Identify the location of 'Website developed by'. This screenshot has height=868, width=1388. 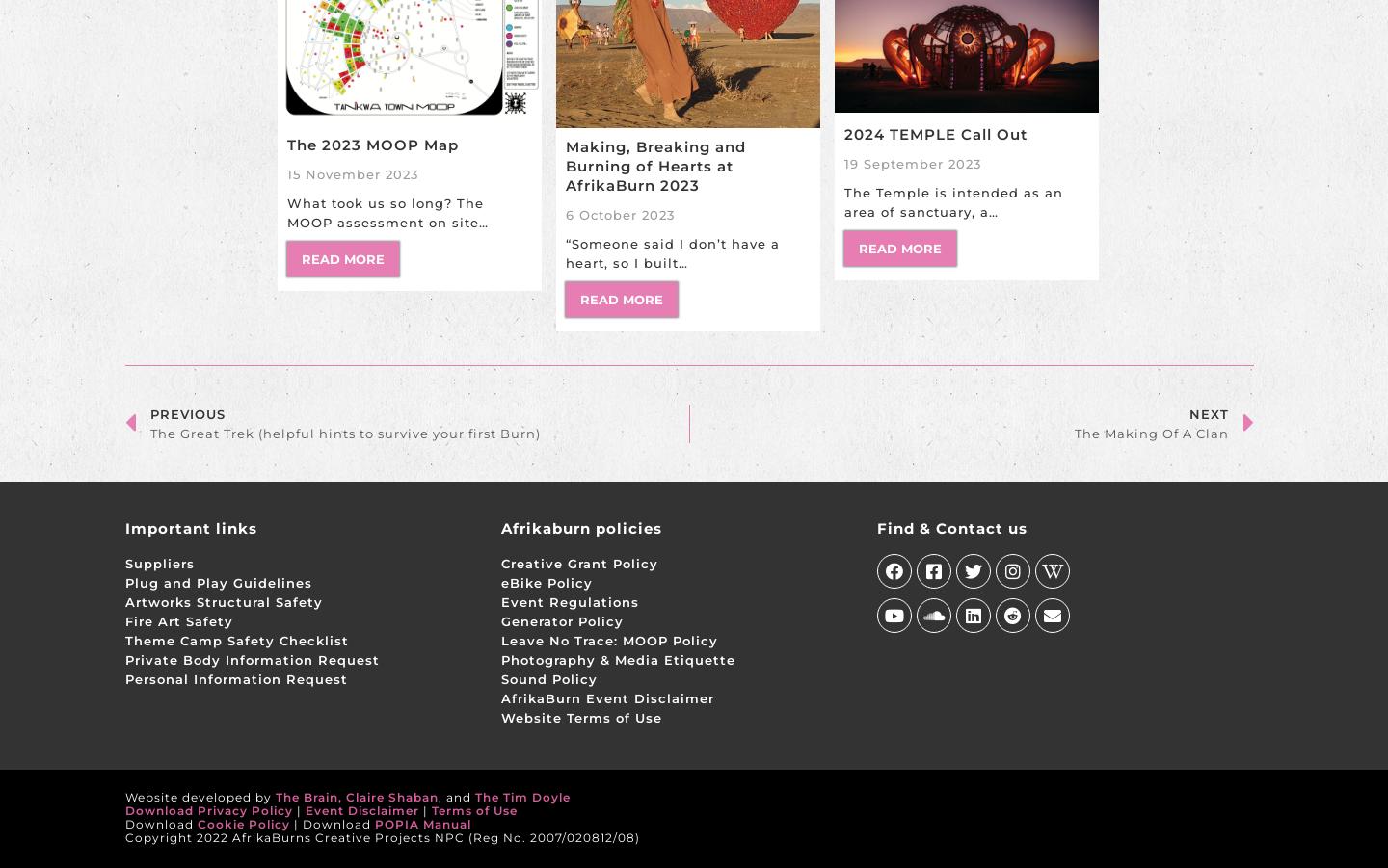
(199, 797).